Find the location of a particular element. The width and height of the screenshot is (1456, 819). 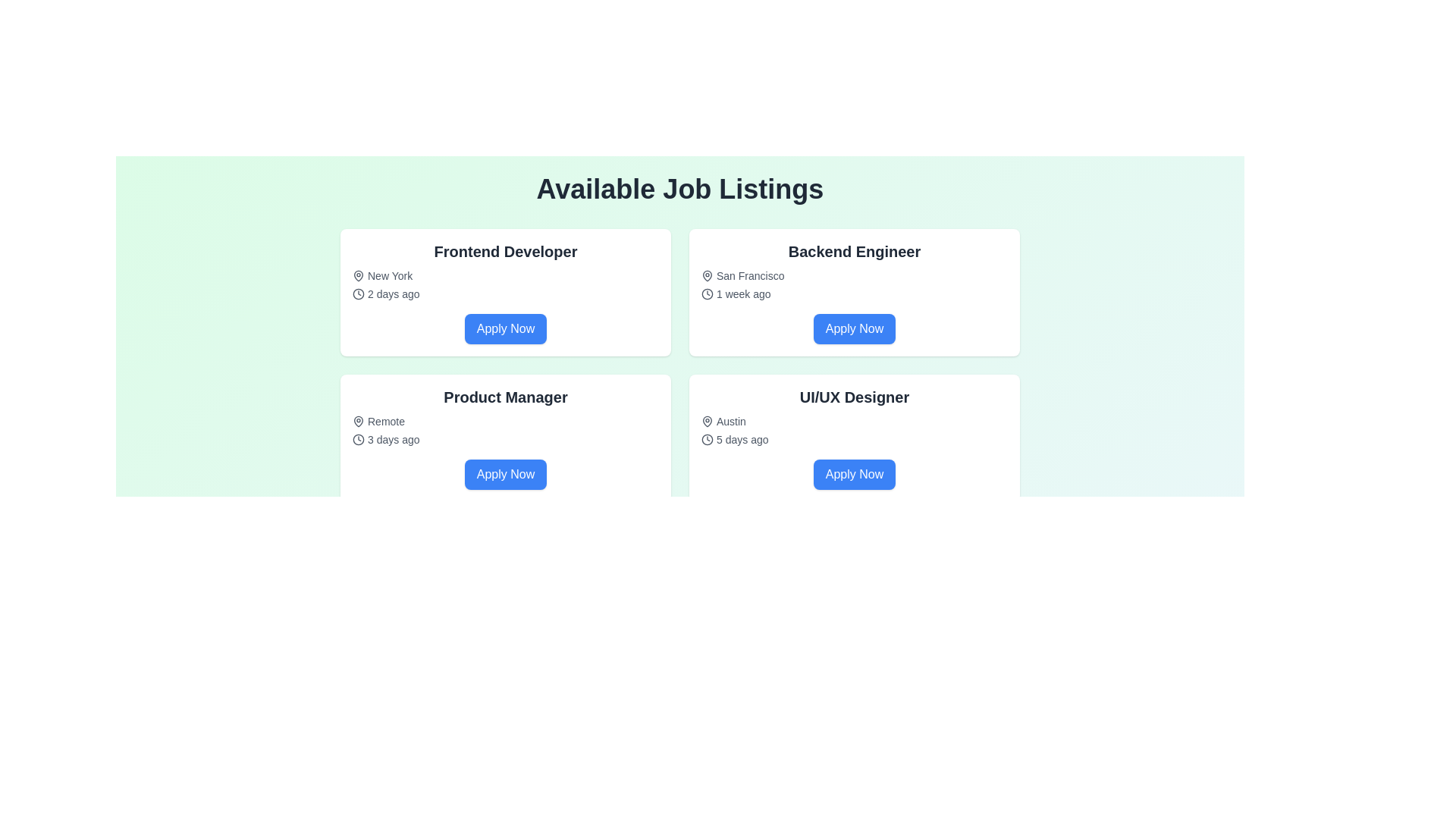

the blue 'Apply Now' button with rounded edges located in the job listing for 'Backend Engineer' to initiate the application process is located at coordinates (855, 328).